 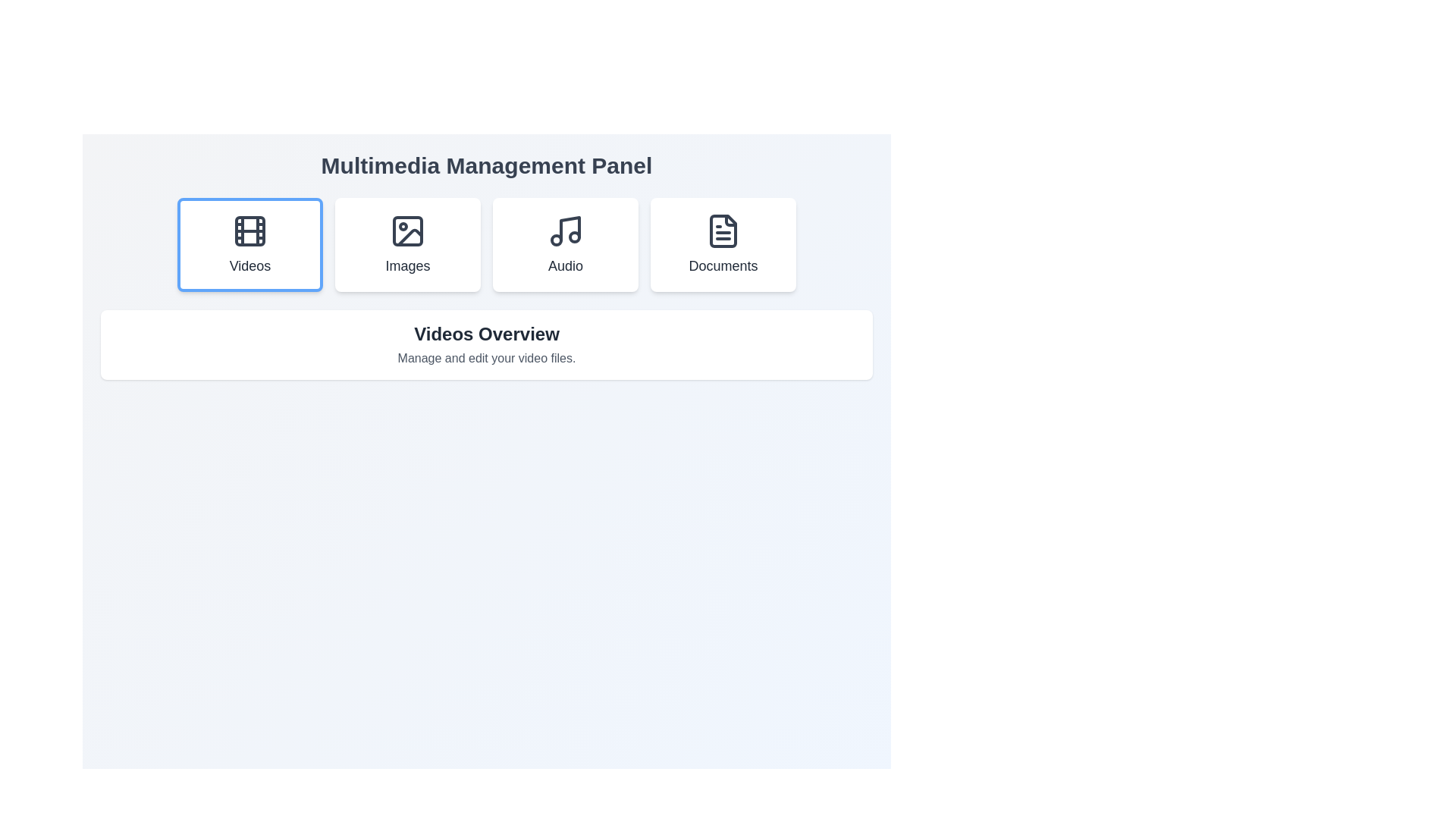 I want to click on the musical note icon, which is a dark gray icon centered within the 'Audio' card, positioned above the text label 'Audio', so click(x=564, y=231).